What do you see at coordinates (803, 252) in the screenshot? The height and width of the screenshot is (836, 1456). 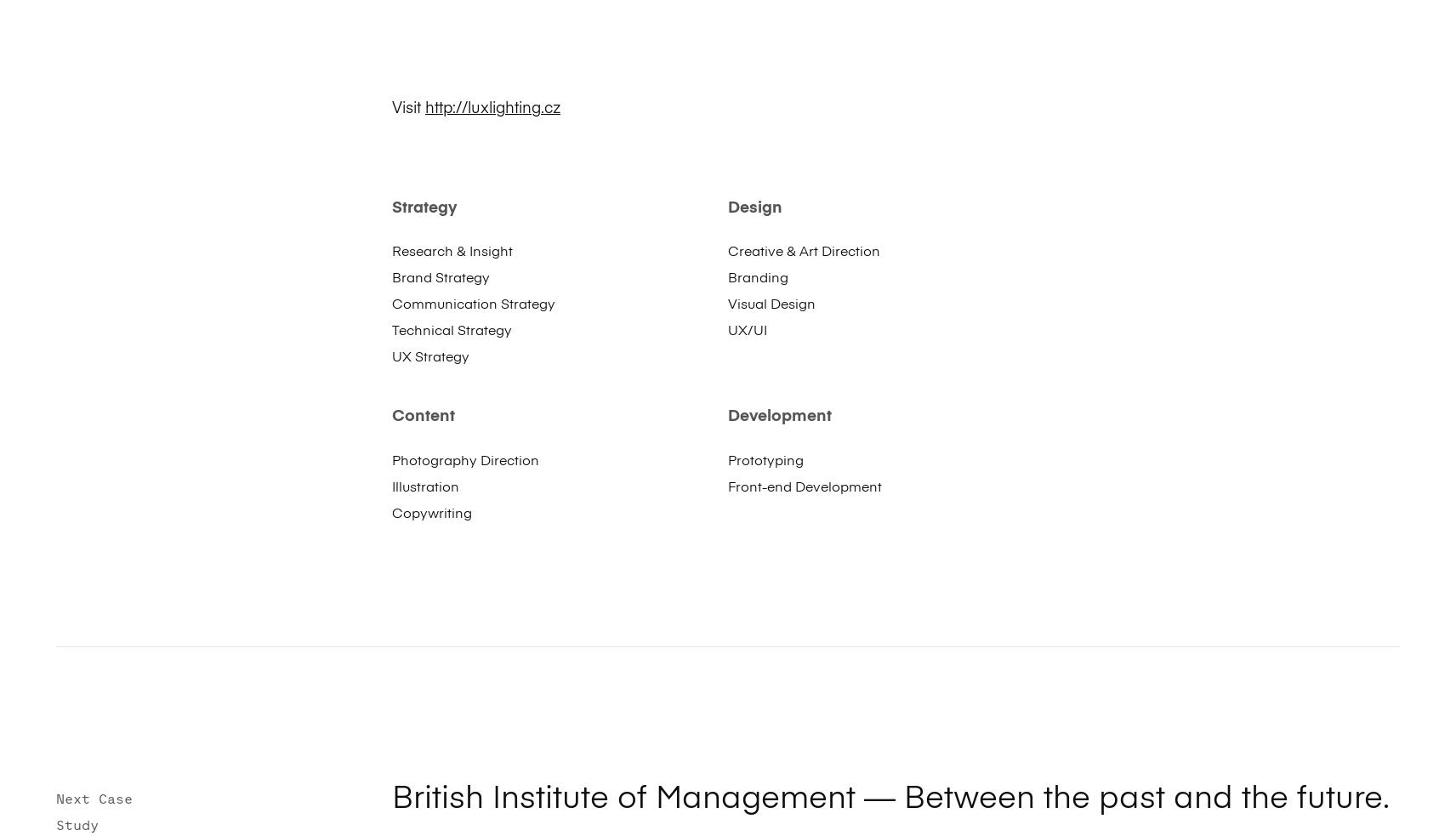 I see `'Creative & Art Direction'` at bounding box center [803, 252].